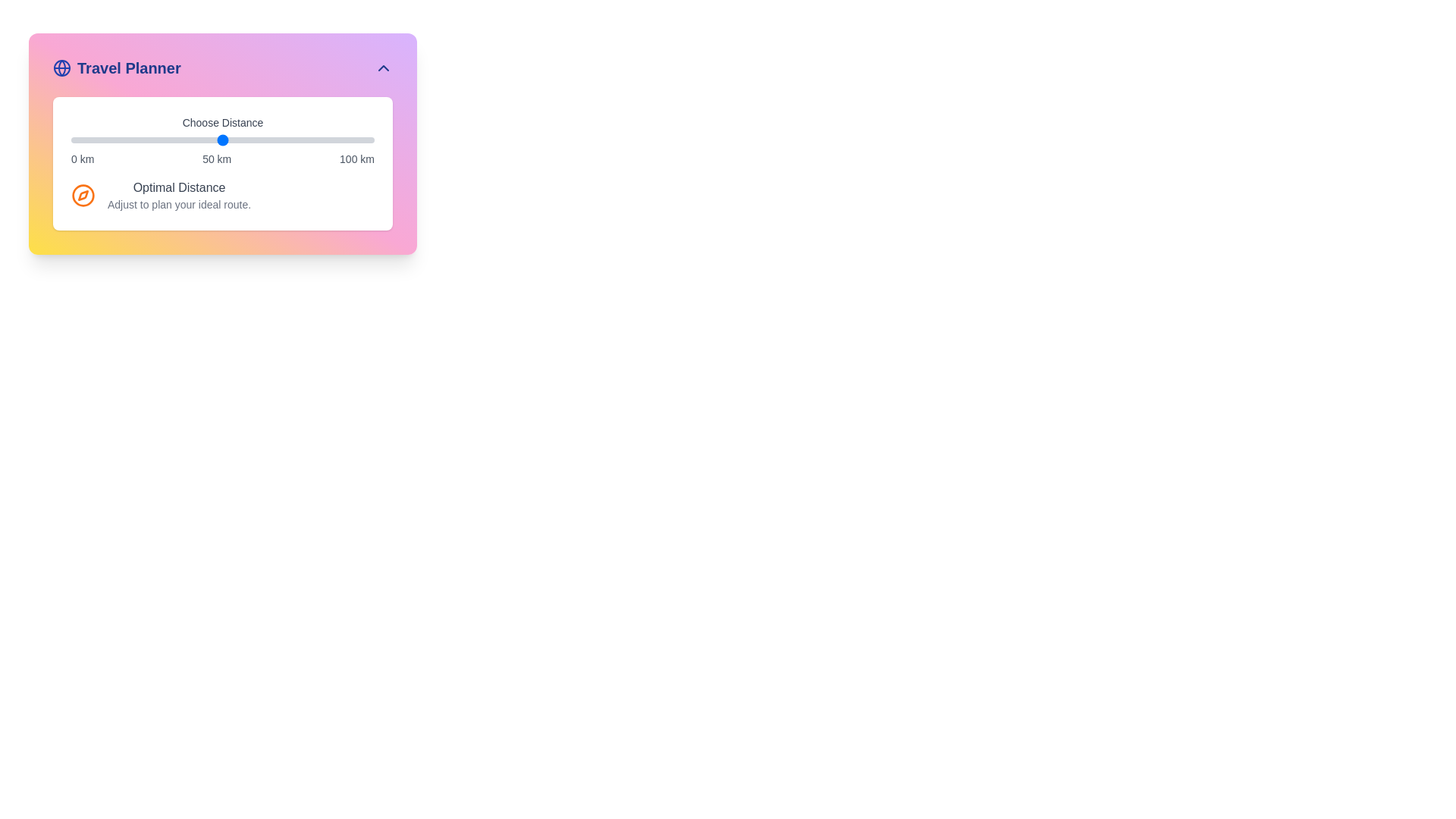 This screenshot has height=819, width=1456. What do you see at coordinates (298, 140) in the screenshot?
I see `the distance slider` at bounding box center [298, 140].